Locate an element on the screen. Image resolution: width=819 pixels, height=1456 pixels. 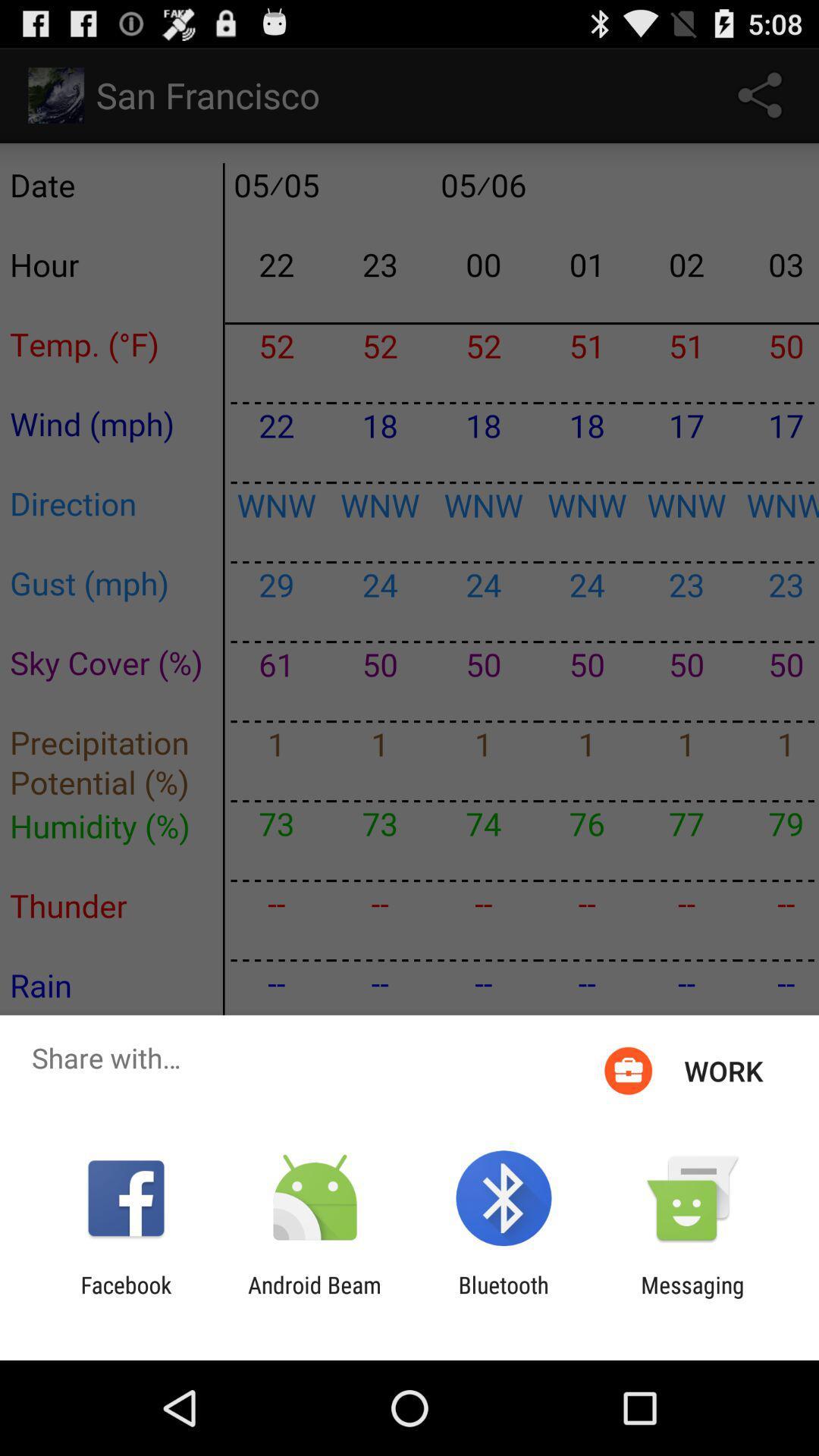
the messaging item is located at coordinates (692, 1298).